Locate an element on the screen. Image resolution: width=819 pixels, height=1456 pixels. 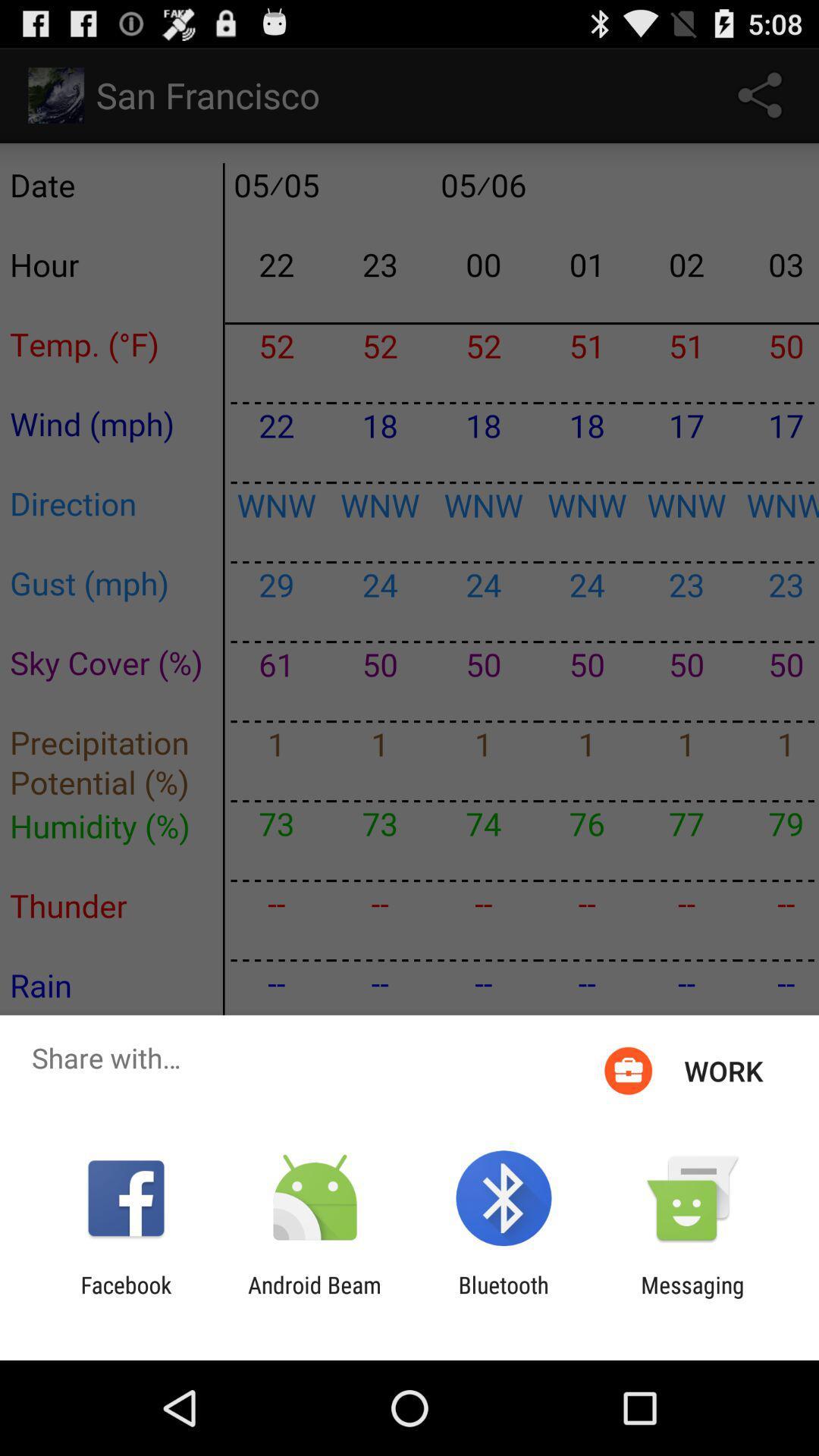
the messaging item is located at coordinates (692, 1298).